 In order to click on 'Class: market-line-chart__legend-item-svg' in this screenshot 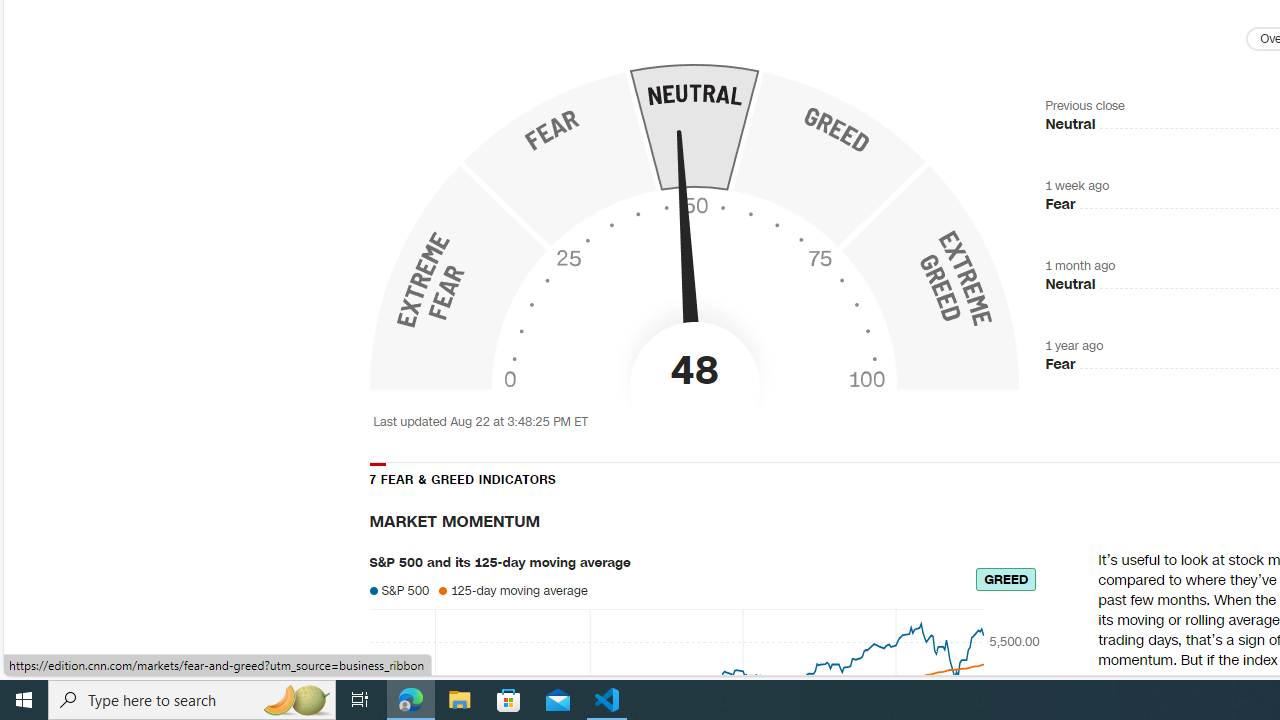, I will do `click(442, 589)`.